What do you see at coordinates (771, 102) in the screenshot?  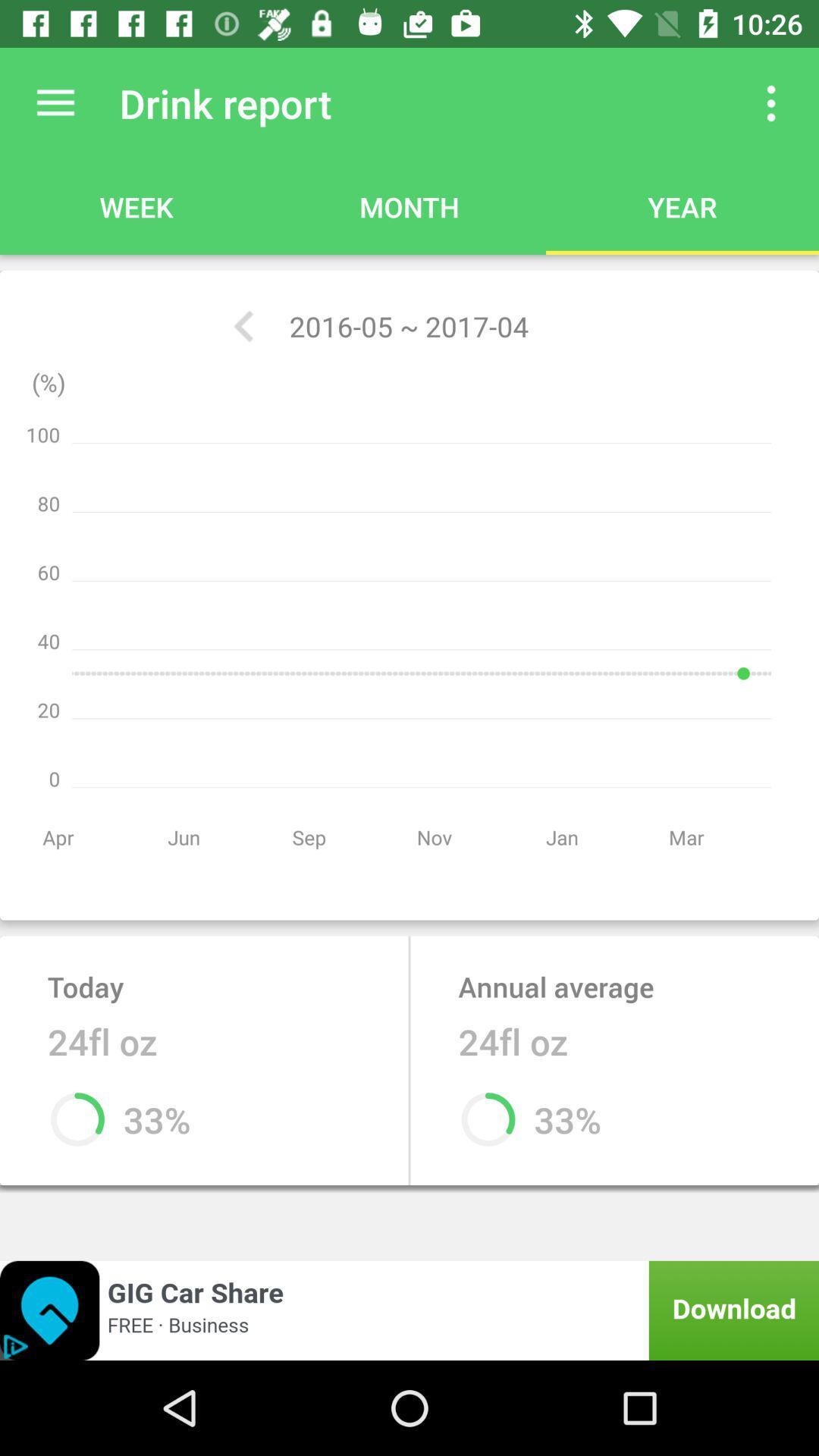 I see `see more options` at bounding box center [771, 102].